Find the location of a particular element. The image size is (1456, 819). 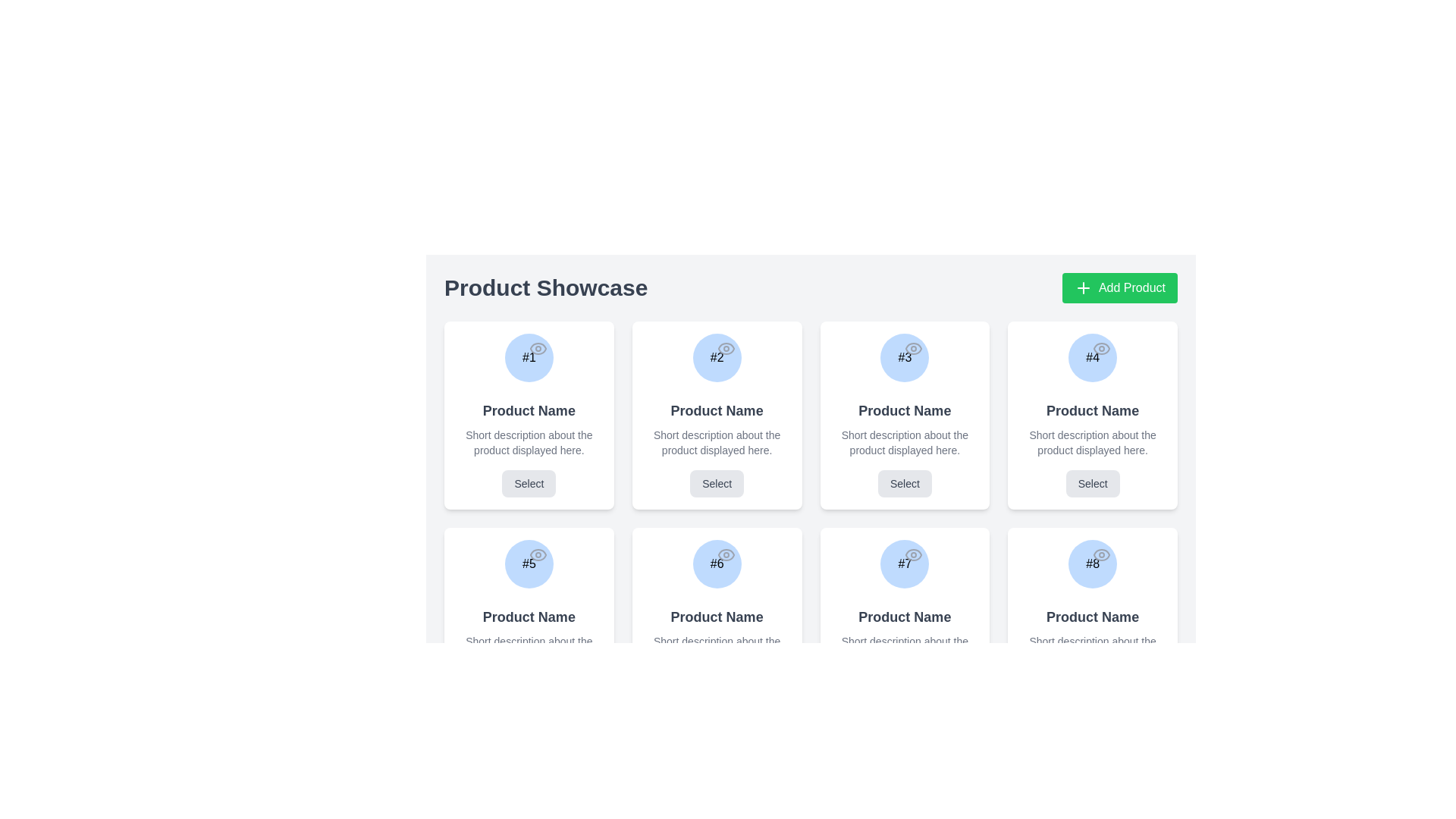

text of the title label for the product located in the middle section of the second card in the first row of the grid layout, positioned between the card's circular icon and the descriptive text is located at coordinates (716, 411).